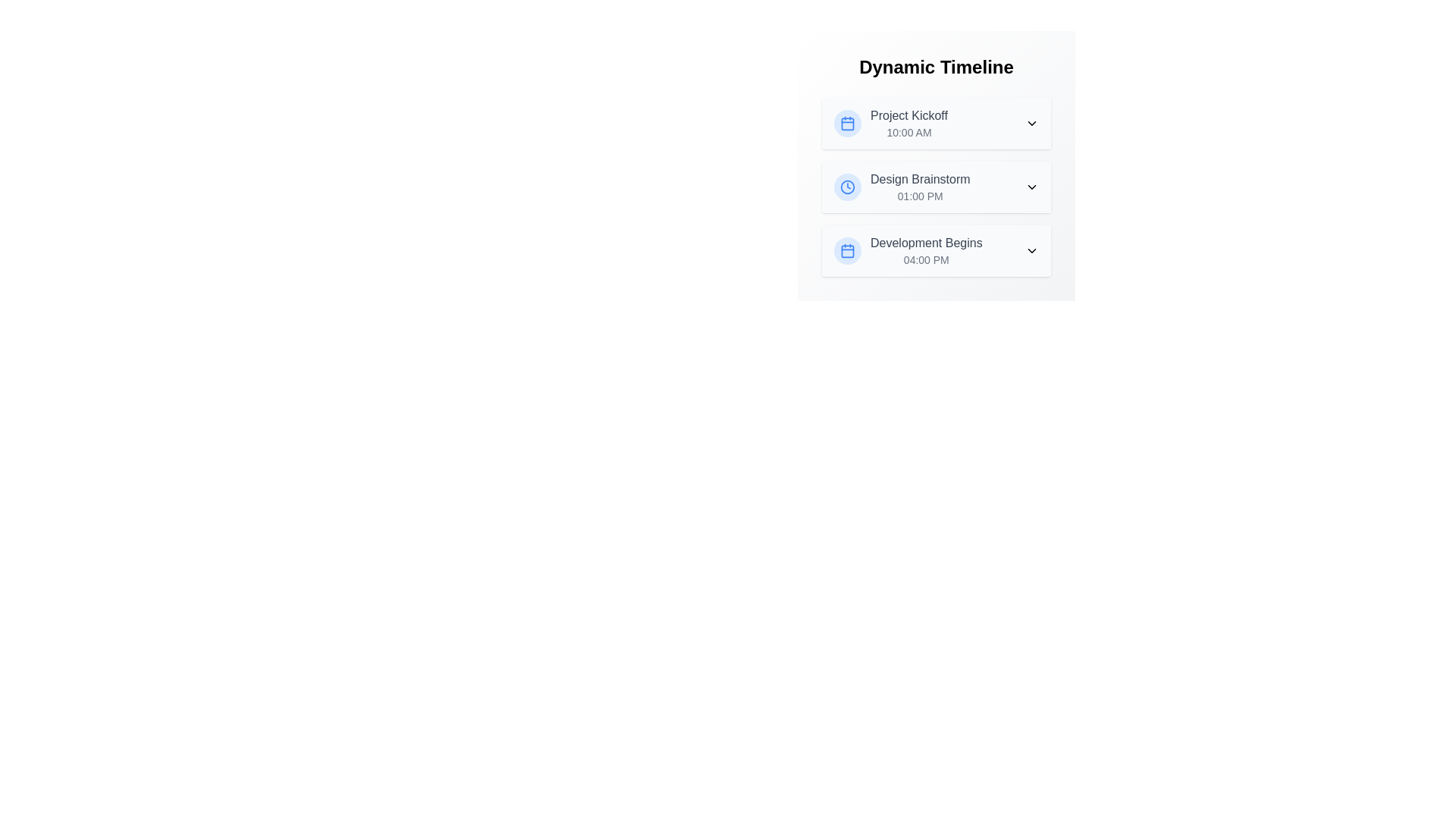  I want to click on the first card-like UI component in the 'Dynamic Timeline' section, which features a blue calendar icon, the text 'Project Kickoff' in bold, and a dropdown caret on the right side, so click(935, 122).